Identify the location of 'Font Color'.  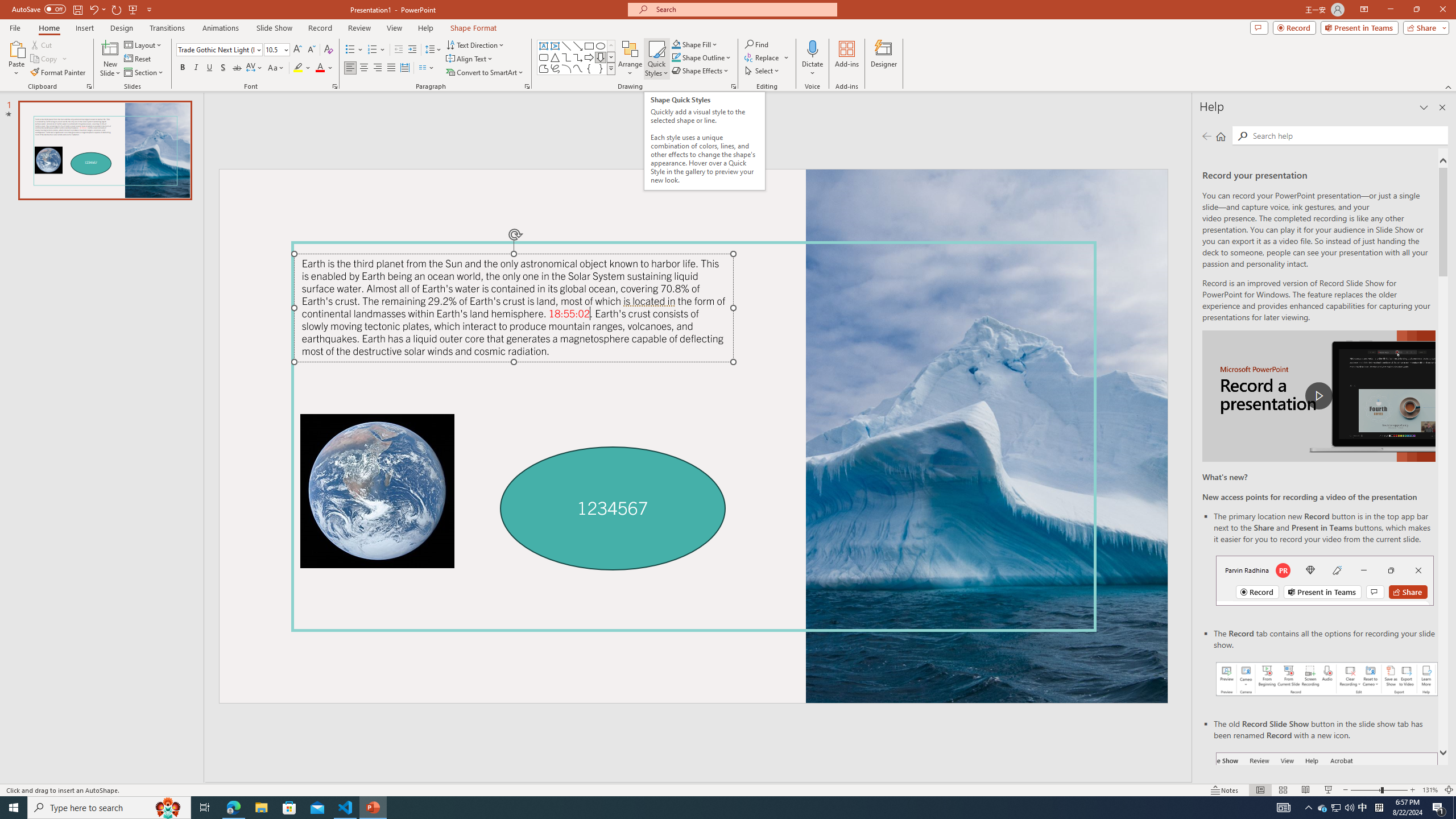
(324, 67).